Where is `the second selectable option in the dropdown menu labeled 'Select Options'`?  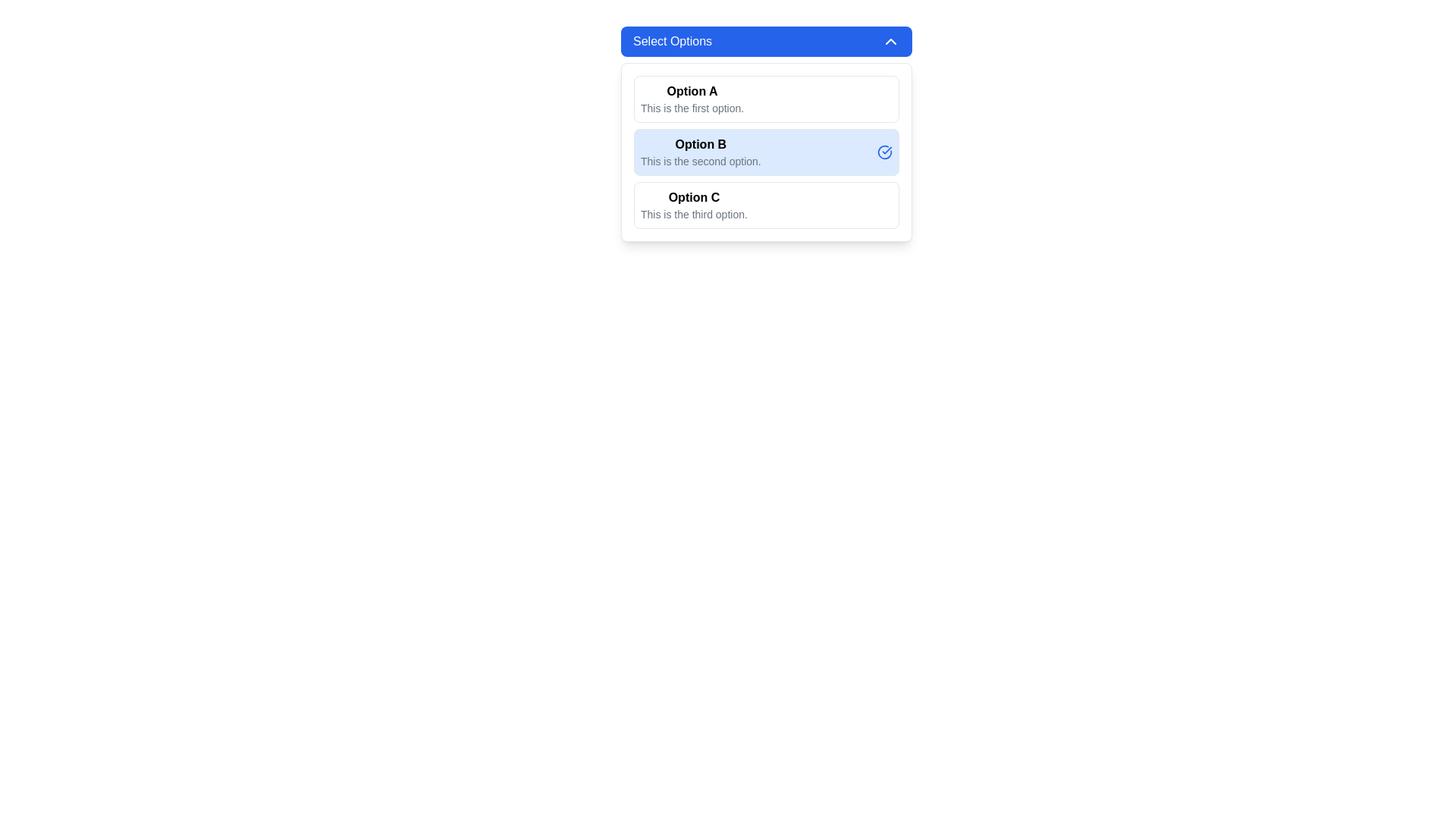
the second selectable option in the dropdown menu labeled 'Select Options' is located at coordinates (767, 152).